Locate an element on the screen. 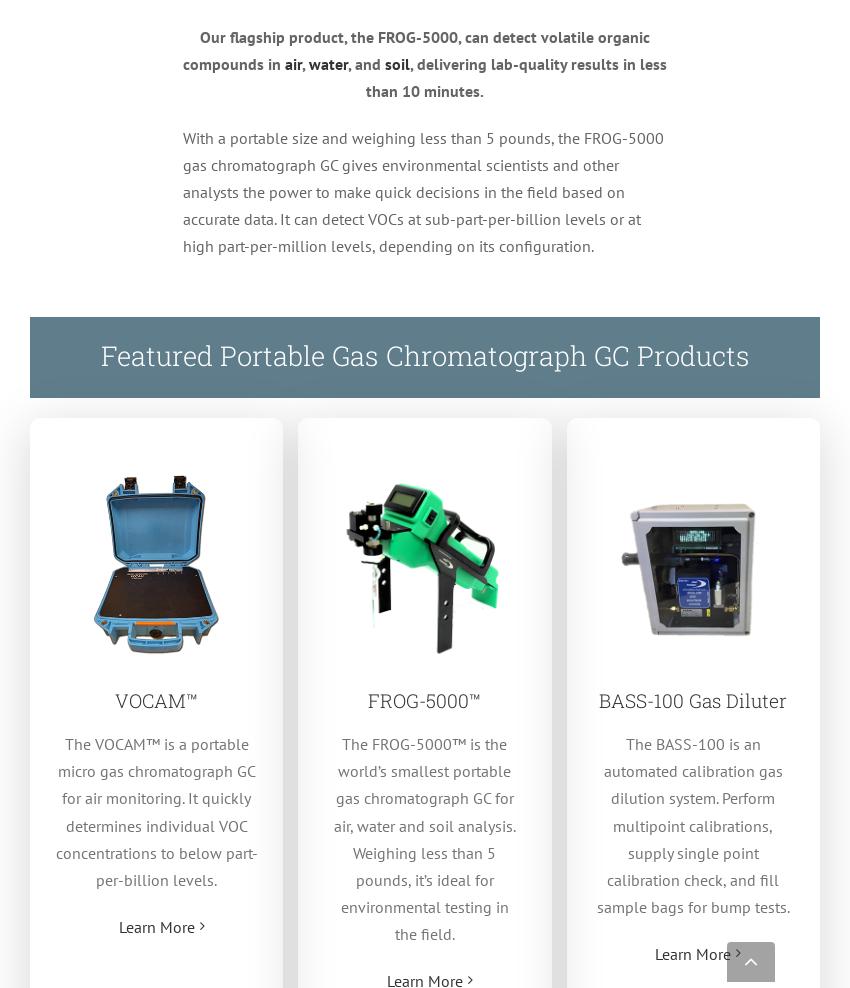  'air' is located at coordinates (291, 63).